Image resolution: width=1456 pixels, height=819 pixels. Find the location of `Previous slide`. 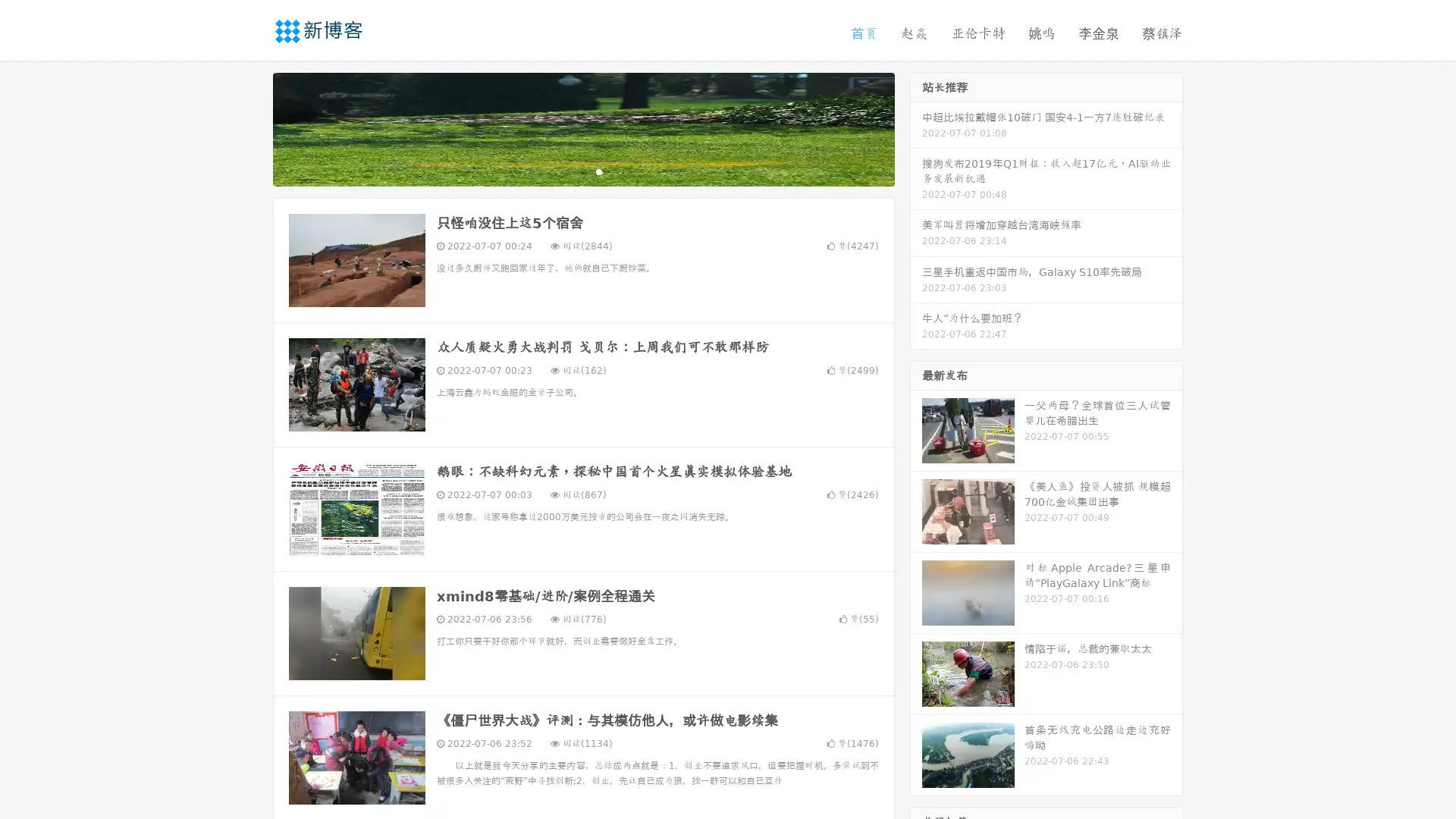

Previous slide is located at coordinates (250, 127).